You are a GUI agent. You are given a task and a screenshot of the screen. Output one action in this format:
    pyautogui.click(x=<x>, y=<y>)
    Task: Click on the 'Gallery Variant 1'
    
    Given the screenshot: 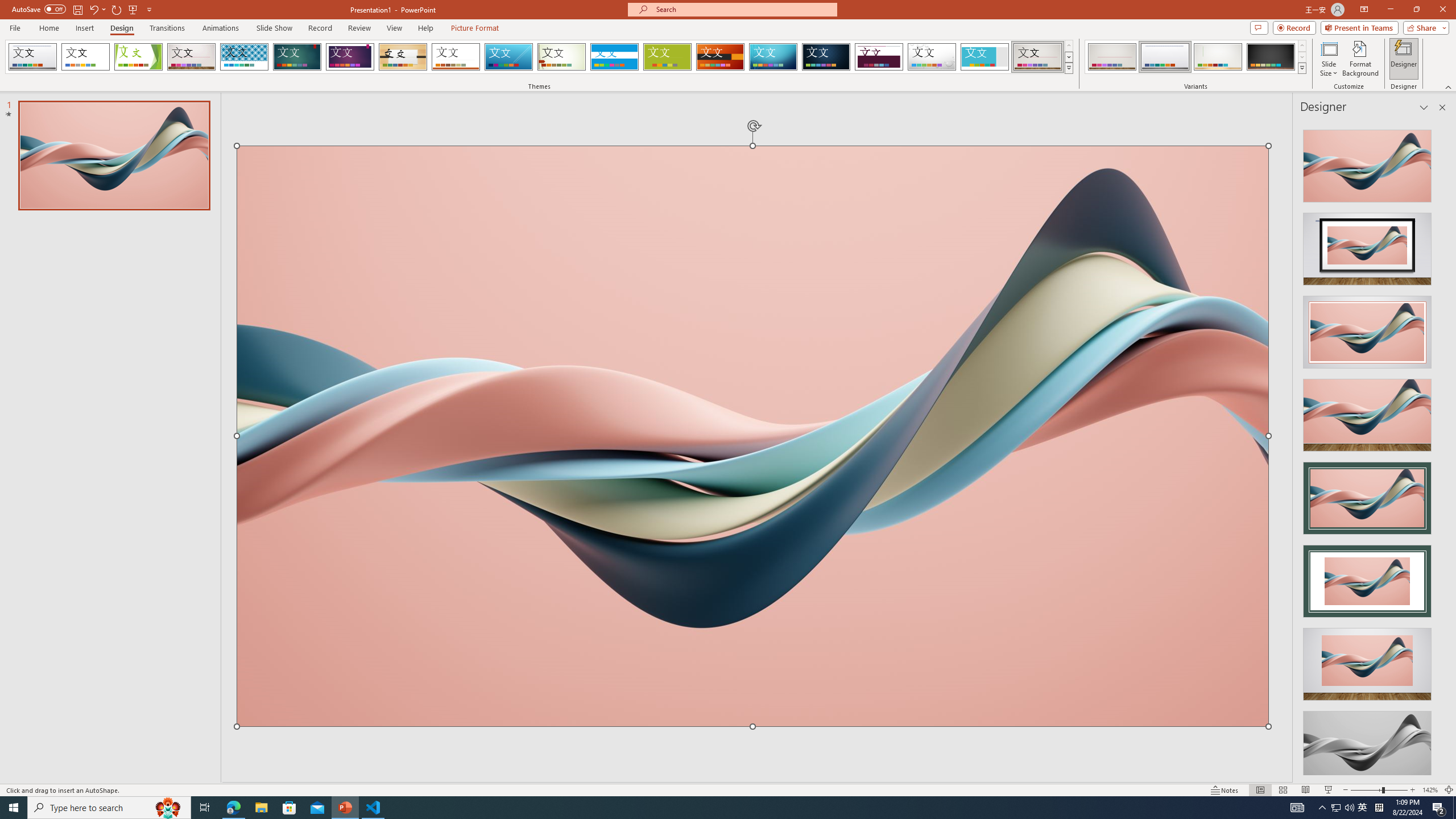 What is the action you would take?
    pyautogui.click(x=1111, y=56)
    